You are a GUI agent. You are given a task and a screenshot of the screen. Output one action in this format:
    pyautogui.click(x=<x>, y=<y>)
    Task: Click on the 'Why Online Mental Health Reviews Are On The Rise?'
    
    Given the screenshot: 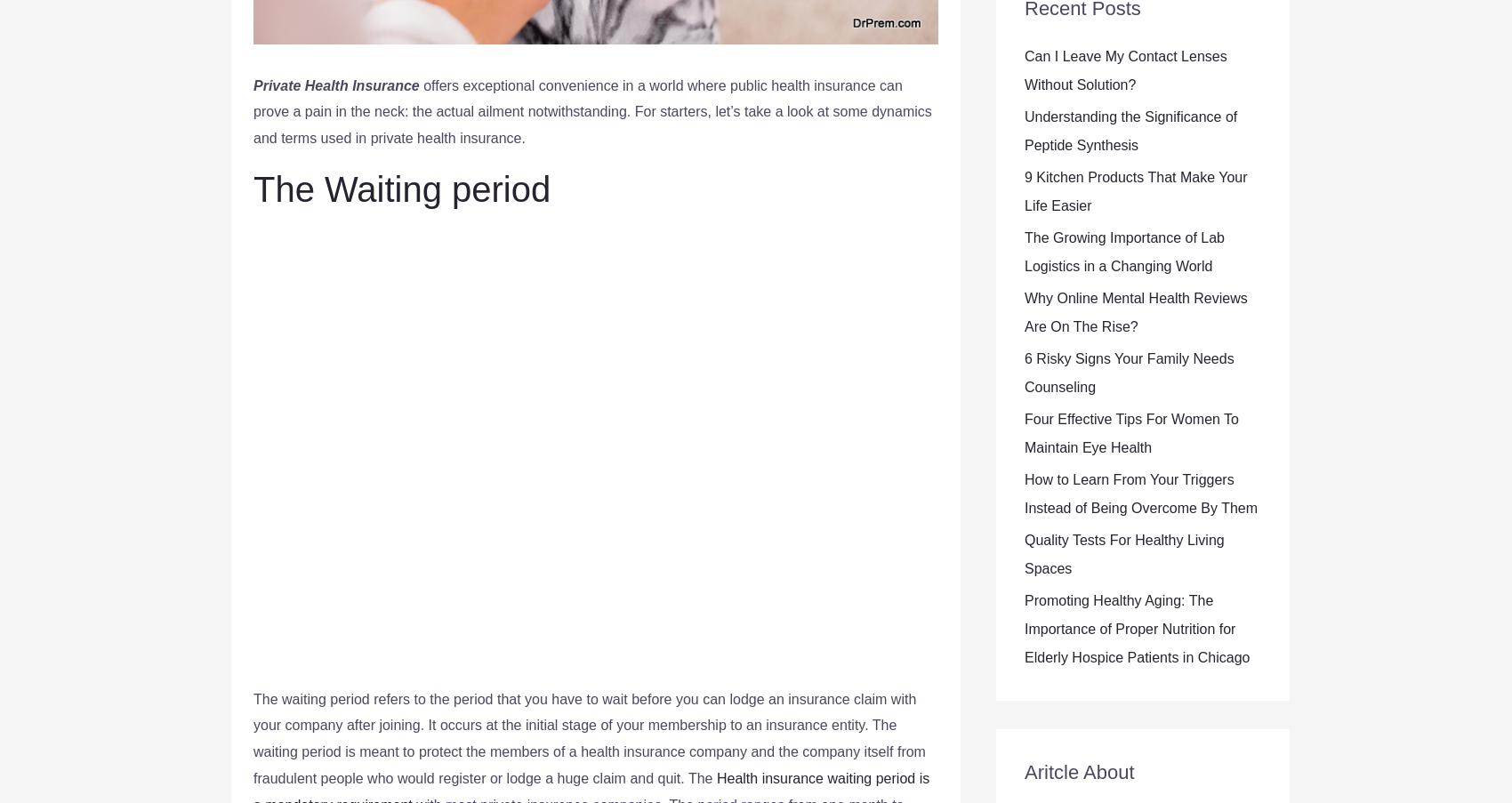 What is the action you would take?
    pyautogui.click(x=1136, y=312)
    